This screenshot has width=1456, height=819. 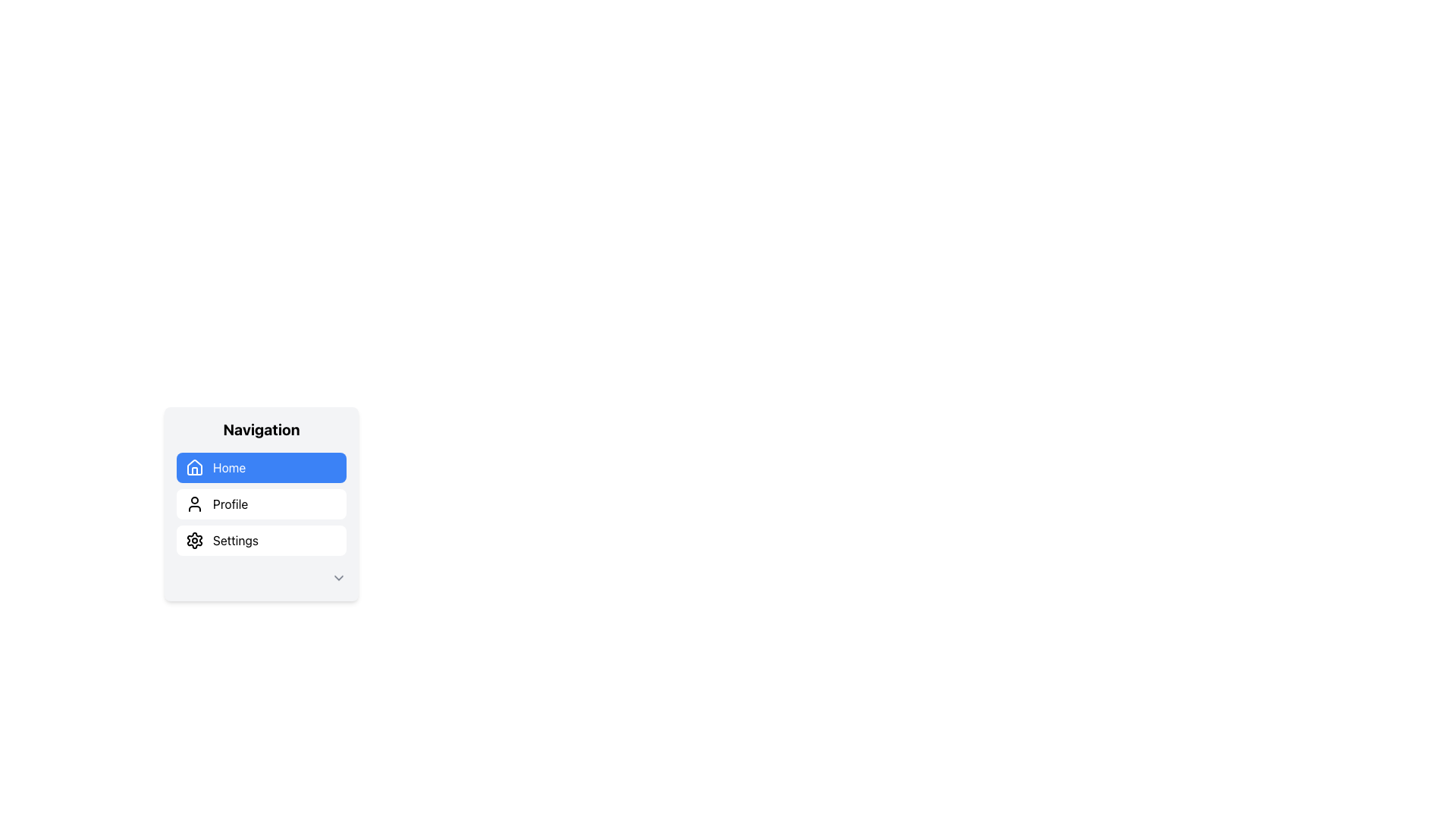 What do you see at coordinates (230, 504) in the screenshot?
I see `the Text Label indicating the user profile navigation option located below the user profile icon in the navigation list` at bounding box center [230, 504].